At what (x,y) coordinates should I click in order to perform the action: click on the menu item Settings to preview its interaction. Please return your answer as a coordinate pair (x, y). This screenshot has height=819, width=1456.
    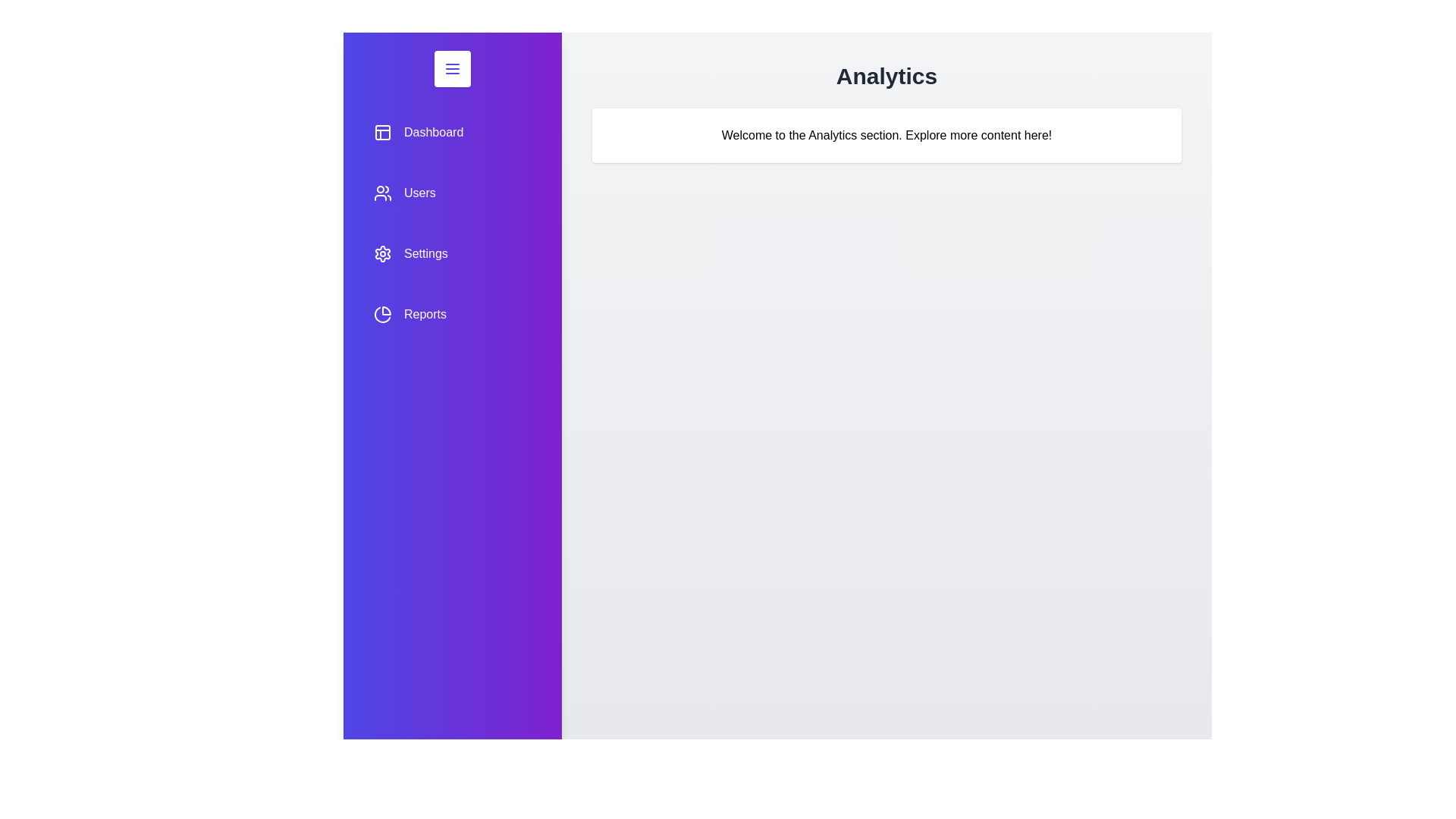
    Looking at the image, I should click on (451, 253).